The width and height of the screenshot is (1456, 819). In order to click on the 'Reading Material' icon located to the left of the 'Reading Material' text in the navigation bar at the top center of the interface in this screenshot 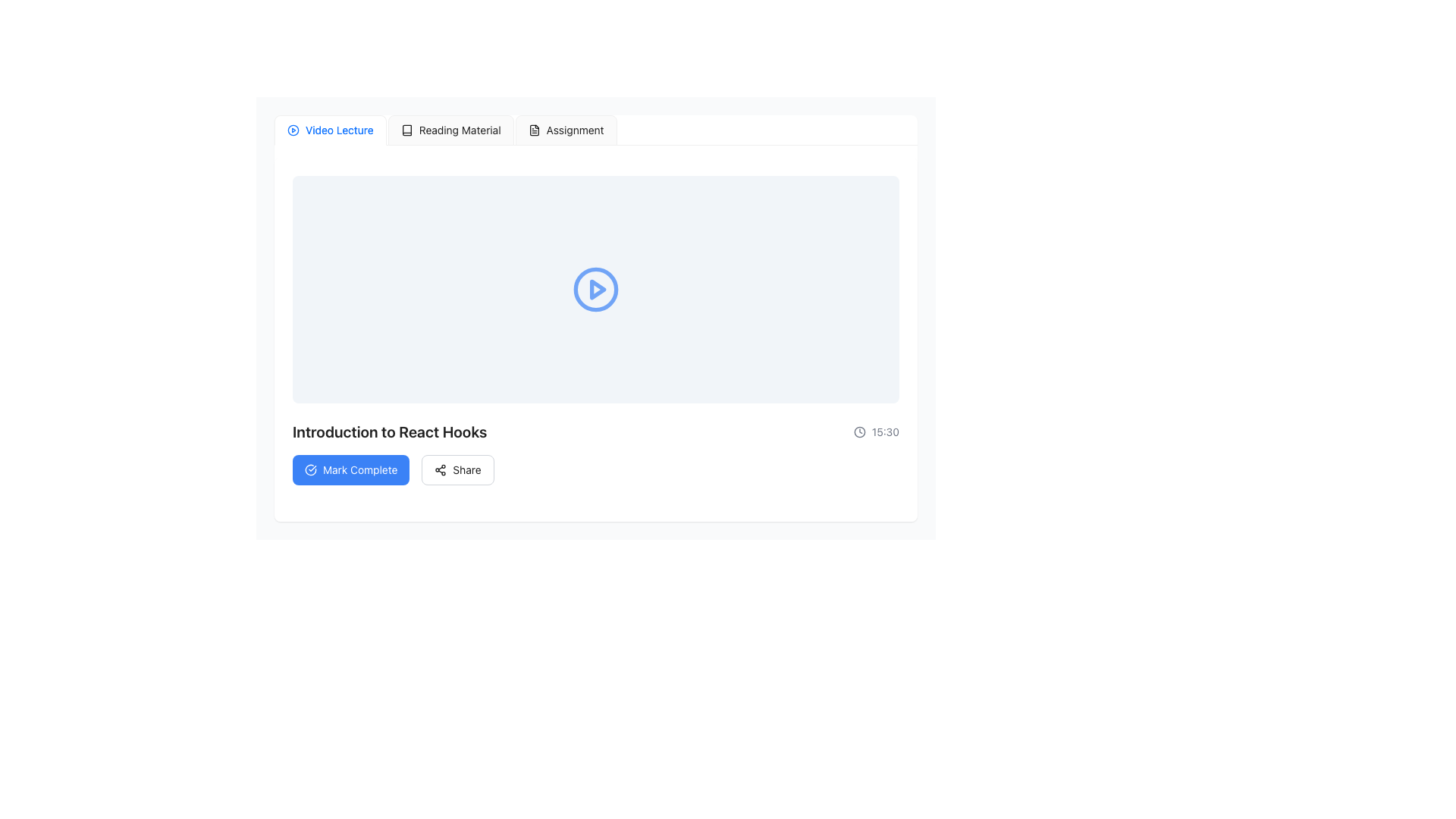, I will do `click(406, 130)`.